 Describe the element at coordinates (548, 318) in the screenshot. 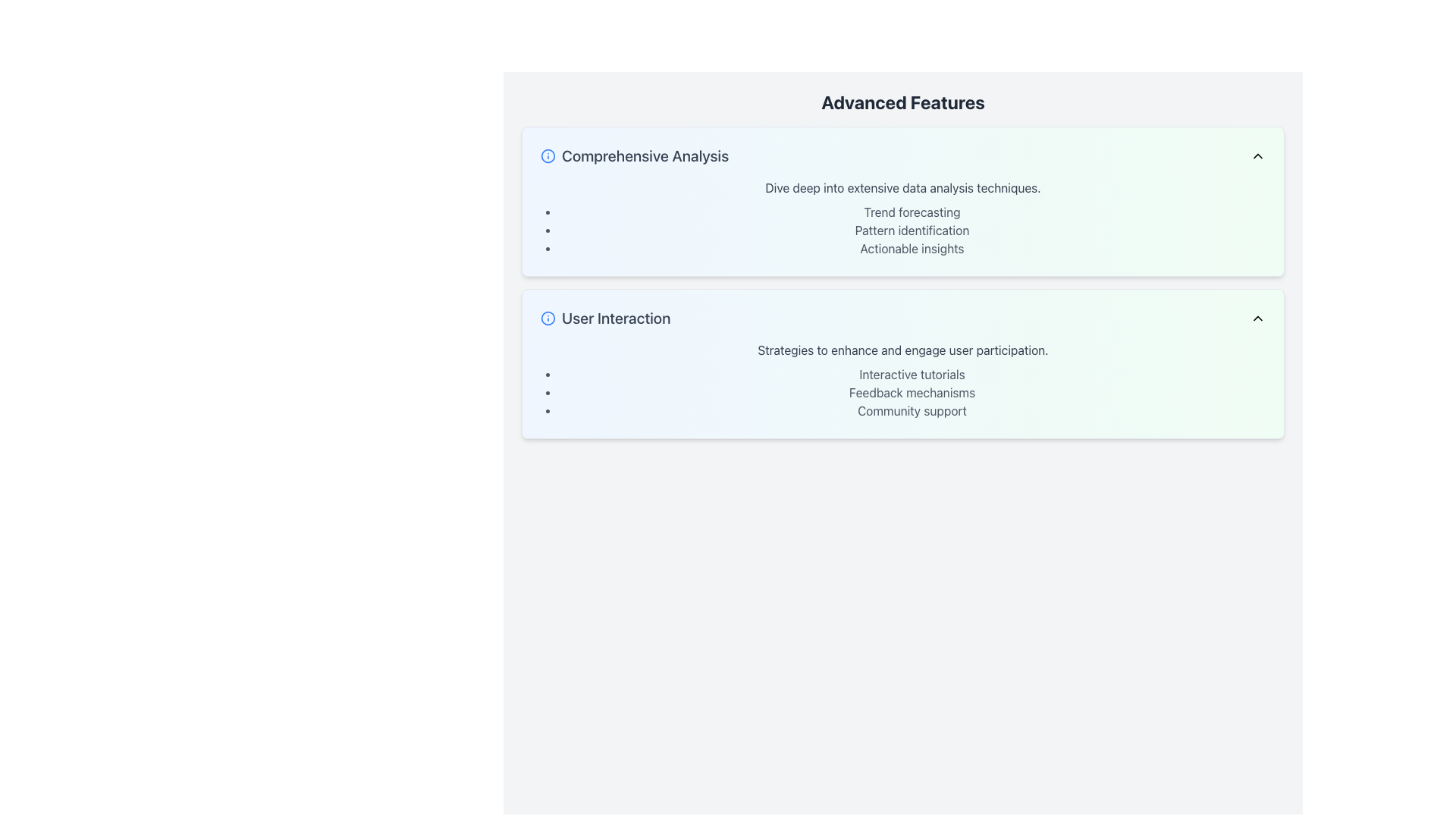

I see `the central circular component of the graphical icon element located in the 'User Interaction' section below 'Comprehensive Analysis'` at that location.